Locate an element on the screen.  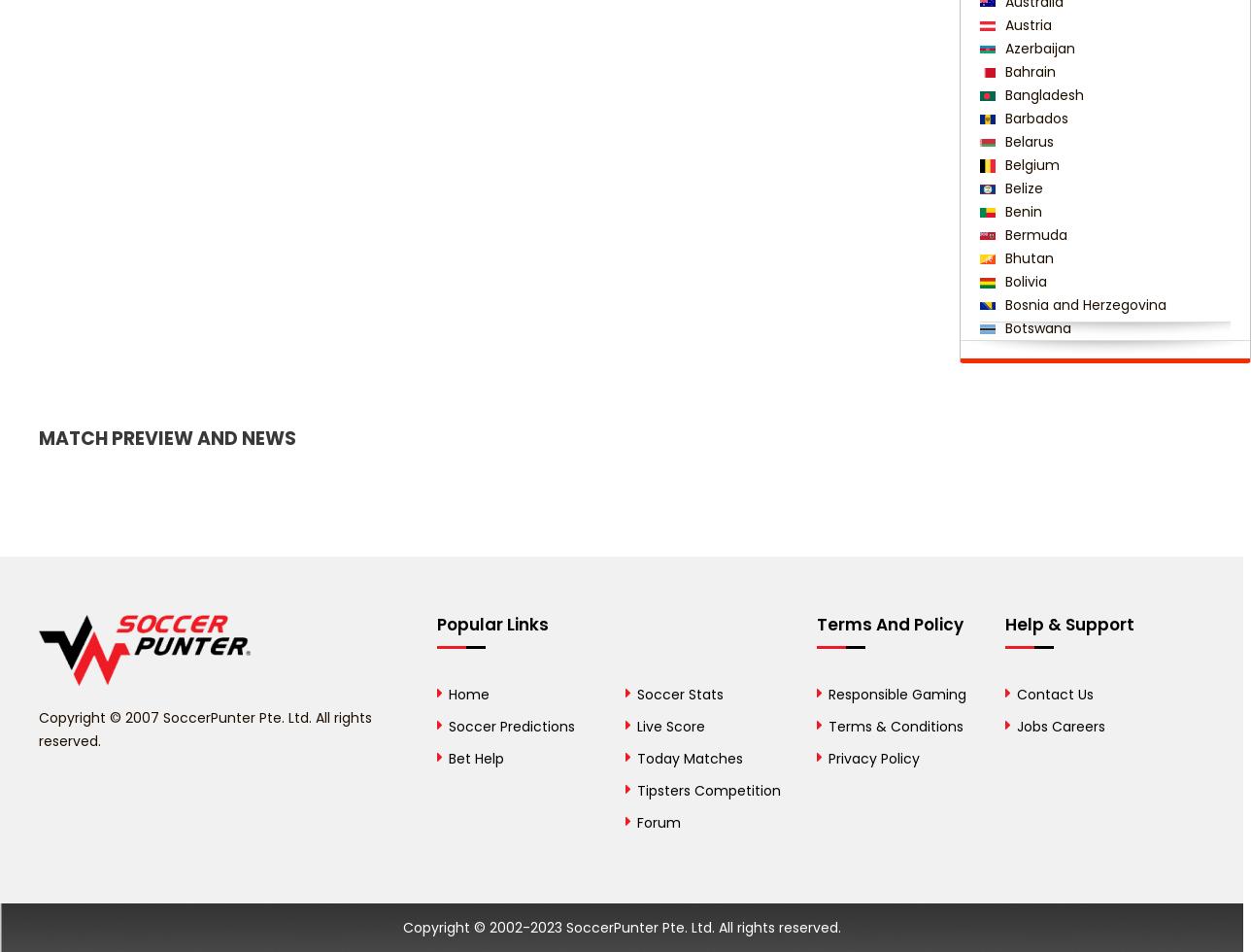
'Botswana' is located at coordinates (1035, 328).